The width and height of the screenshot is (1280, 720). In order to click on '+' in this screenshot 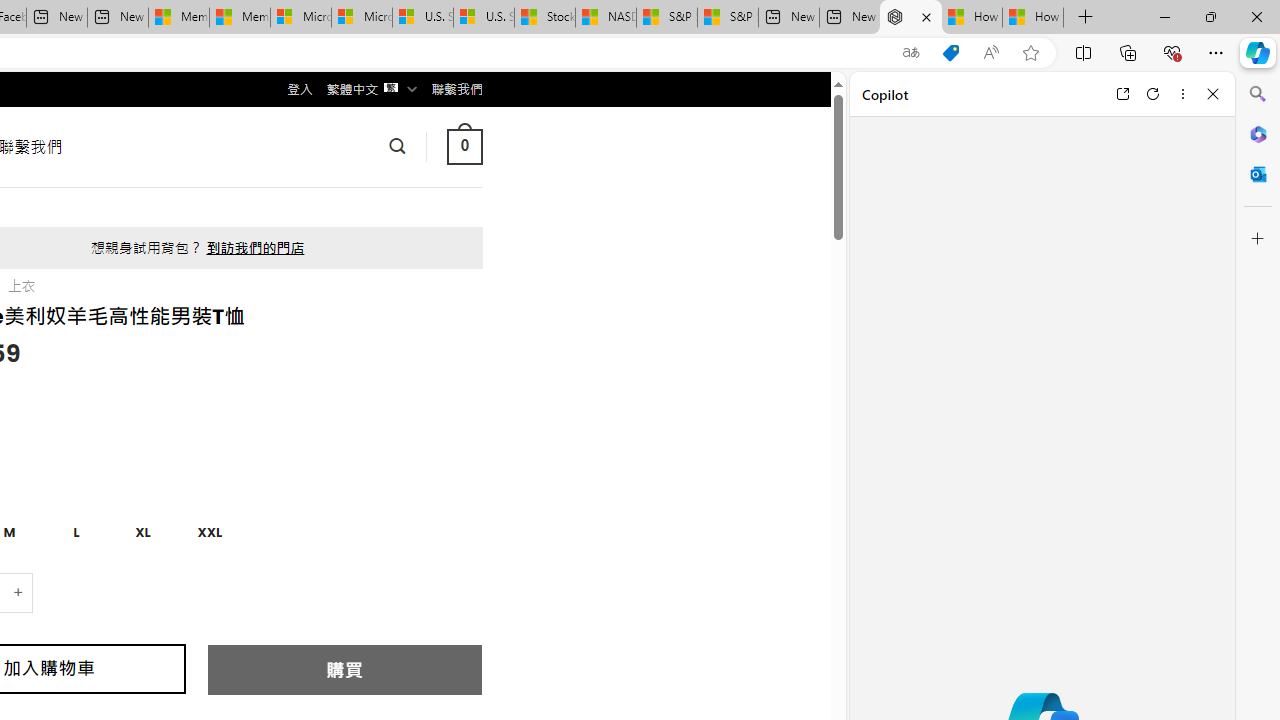, I will do `click(19, 591)`.